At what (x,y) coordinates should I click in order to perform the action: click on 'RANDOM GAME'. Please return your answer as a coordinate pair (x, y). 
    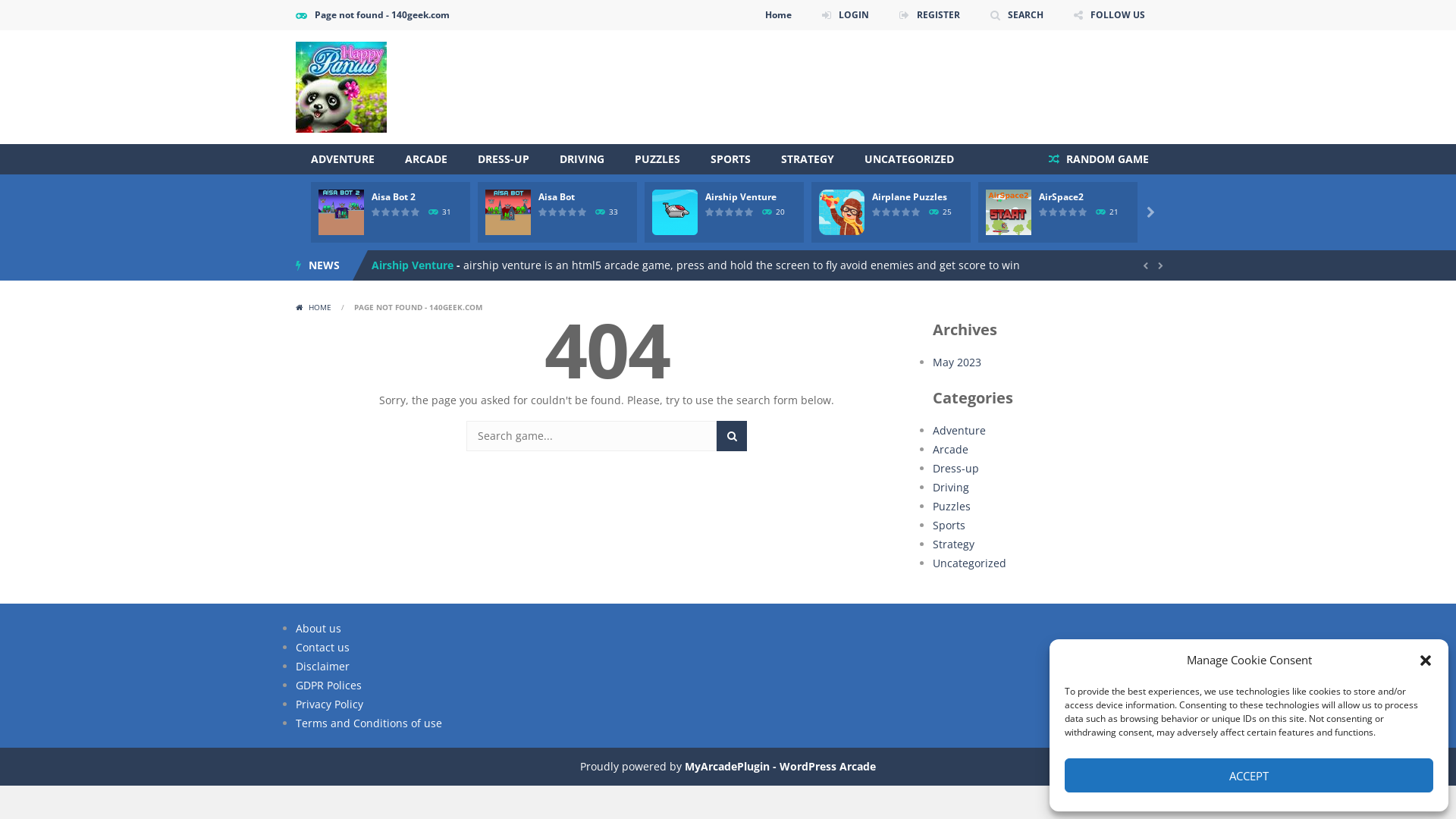
    Looking at the image, I should click on (1037, 158).